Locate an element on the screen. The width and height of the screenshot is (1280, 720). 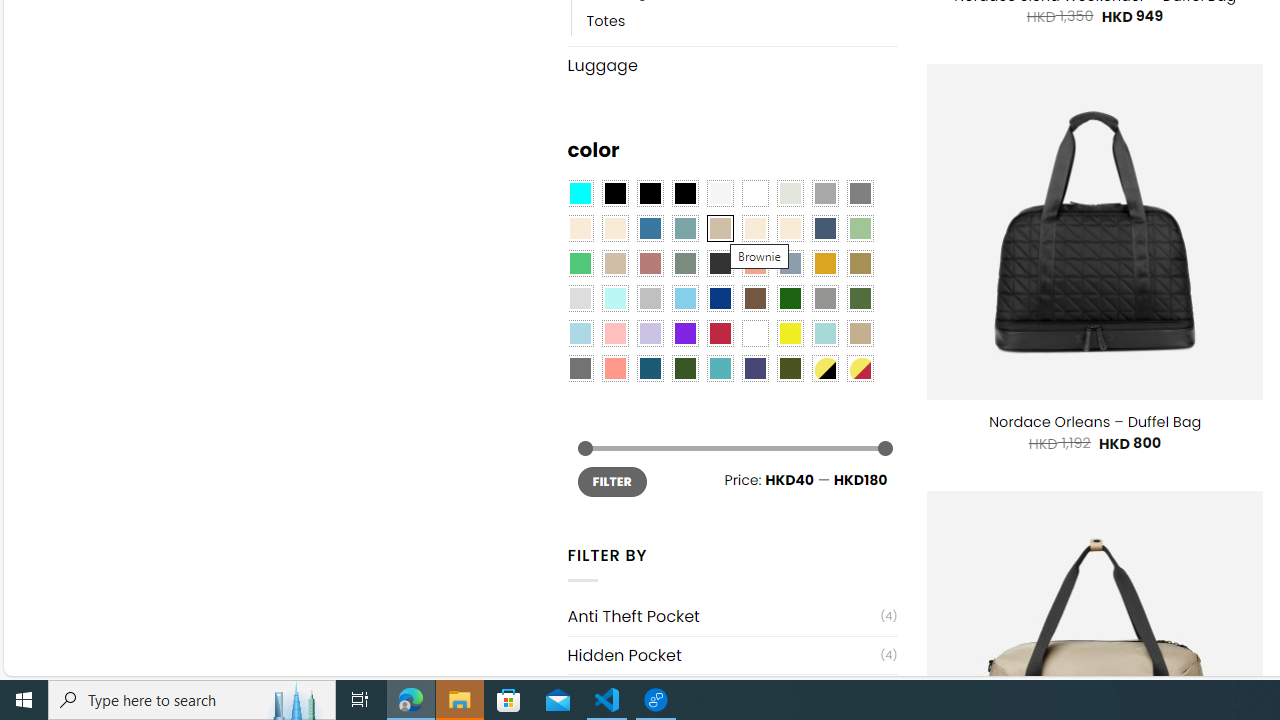
'Yellow' is located at coordinates (788, 333).